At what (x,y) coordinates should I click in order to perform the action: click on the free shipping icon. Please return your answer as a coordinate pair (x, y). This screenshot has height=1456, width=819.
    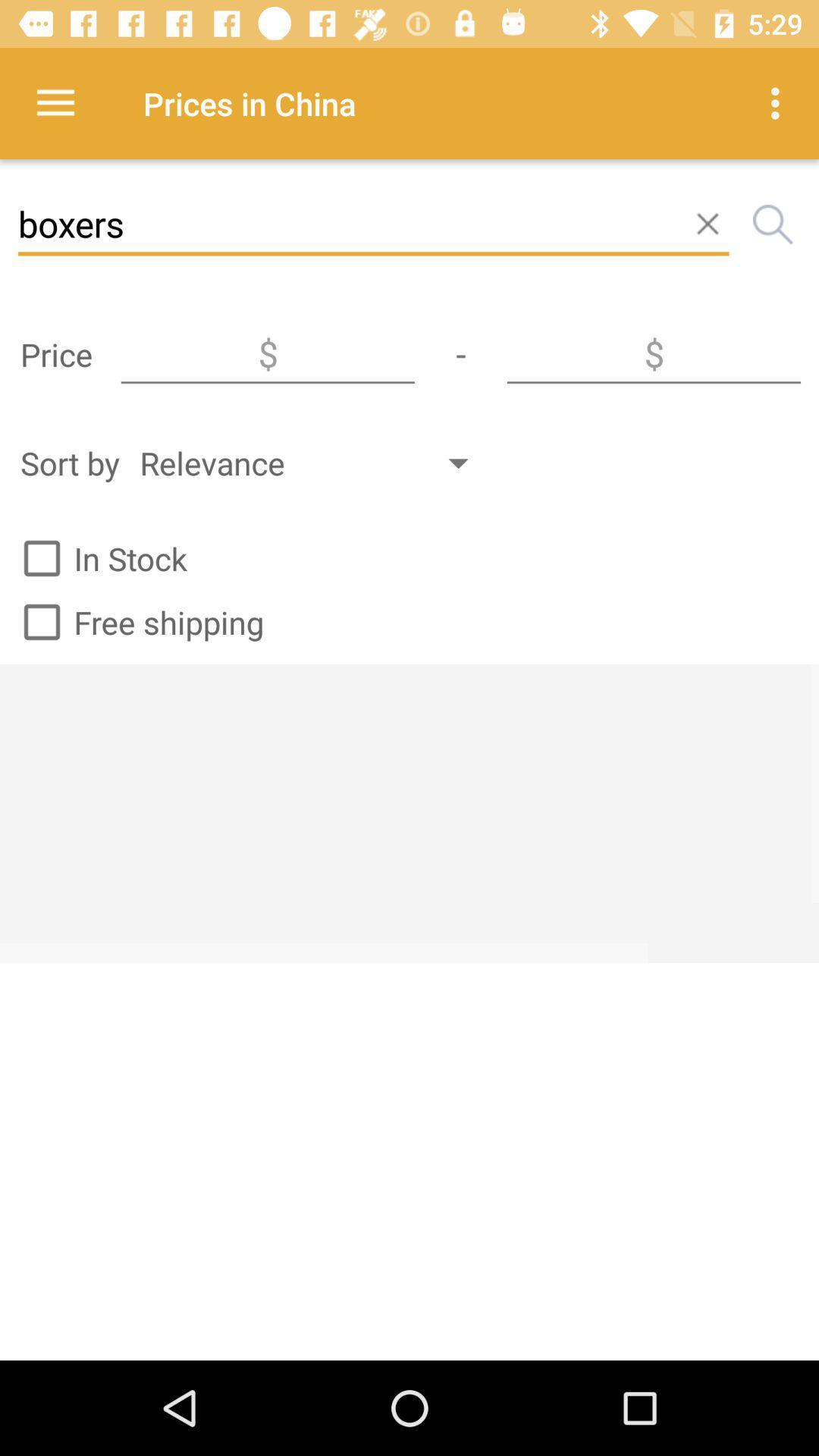
    Looking at the image, I should click on (136, 622).